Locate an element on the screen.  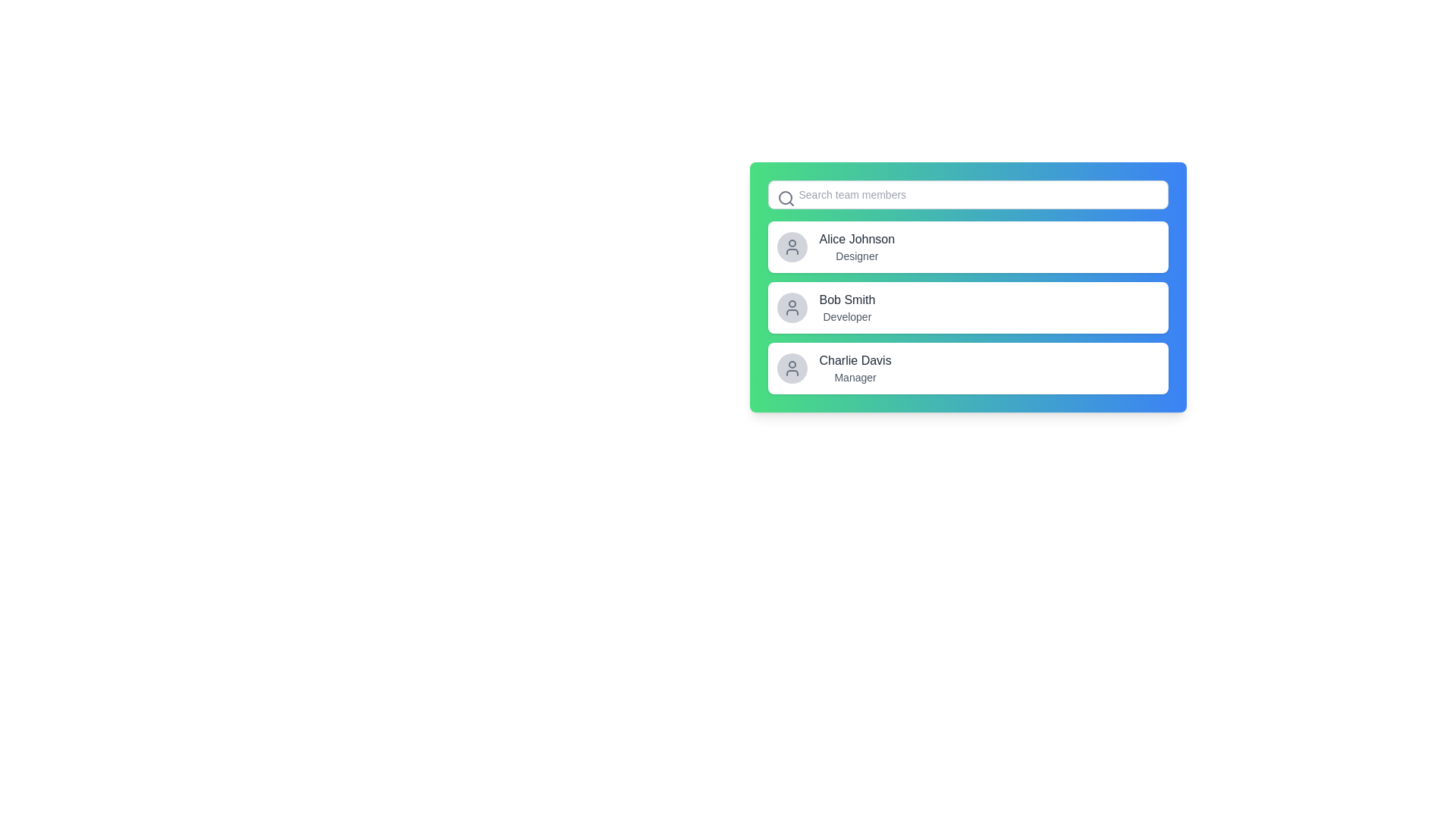
on the static text label displaying 'Charlie Davis' is located at coordinates (855, 360).